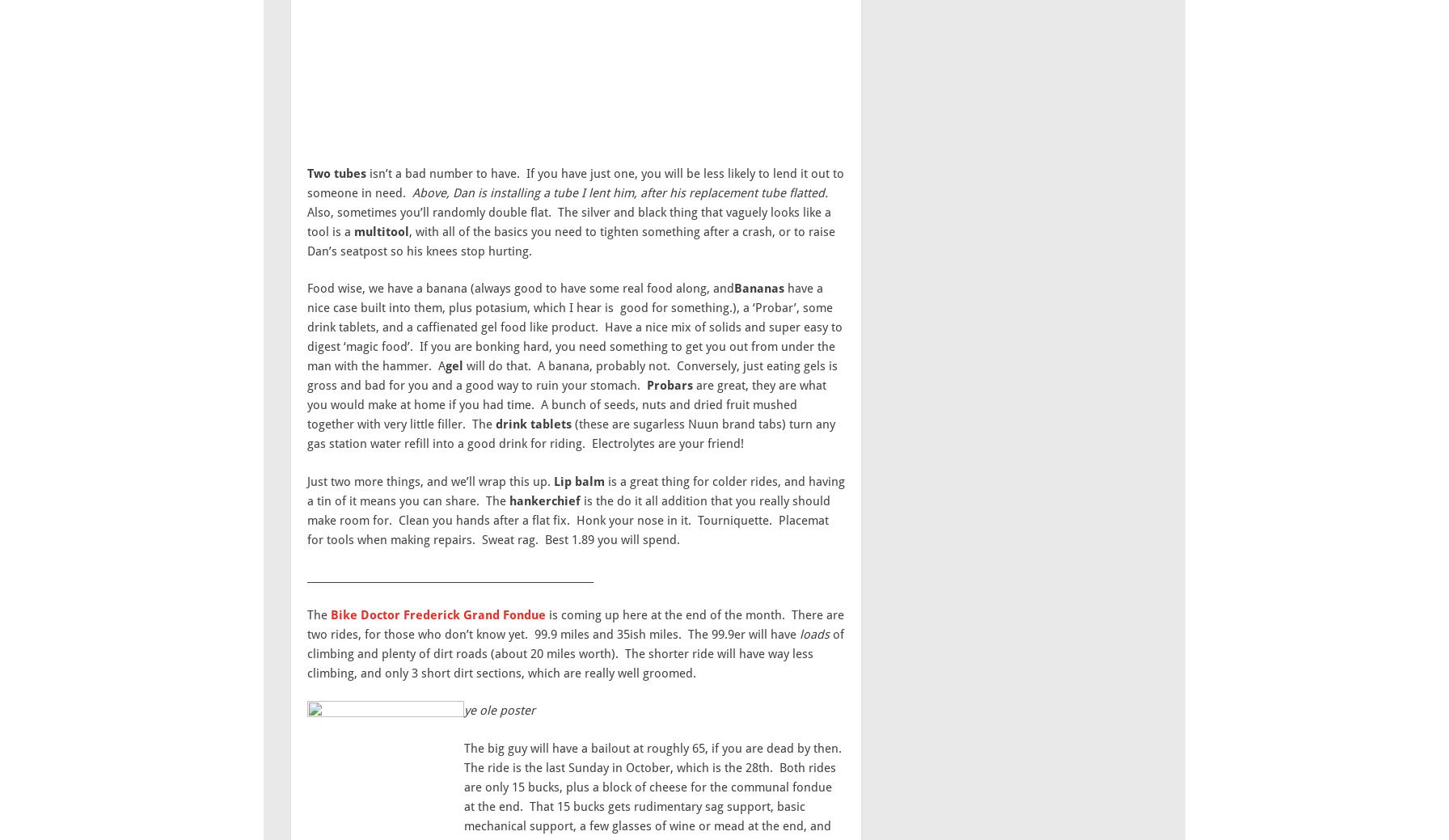  What do you see at coordinates (307, 212) in the screenshot?
I see `'Also, sometimes you’ll randomly double flat.  The silver and black thing that vaguely looks like a tool is a'` at bounding box center [307, 212].